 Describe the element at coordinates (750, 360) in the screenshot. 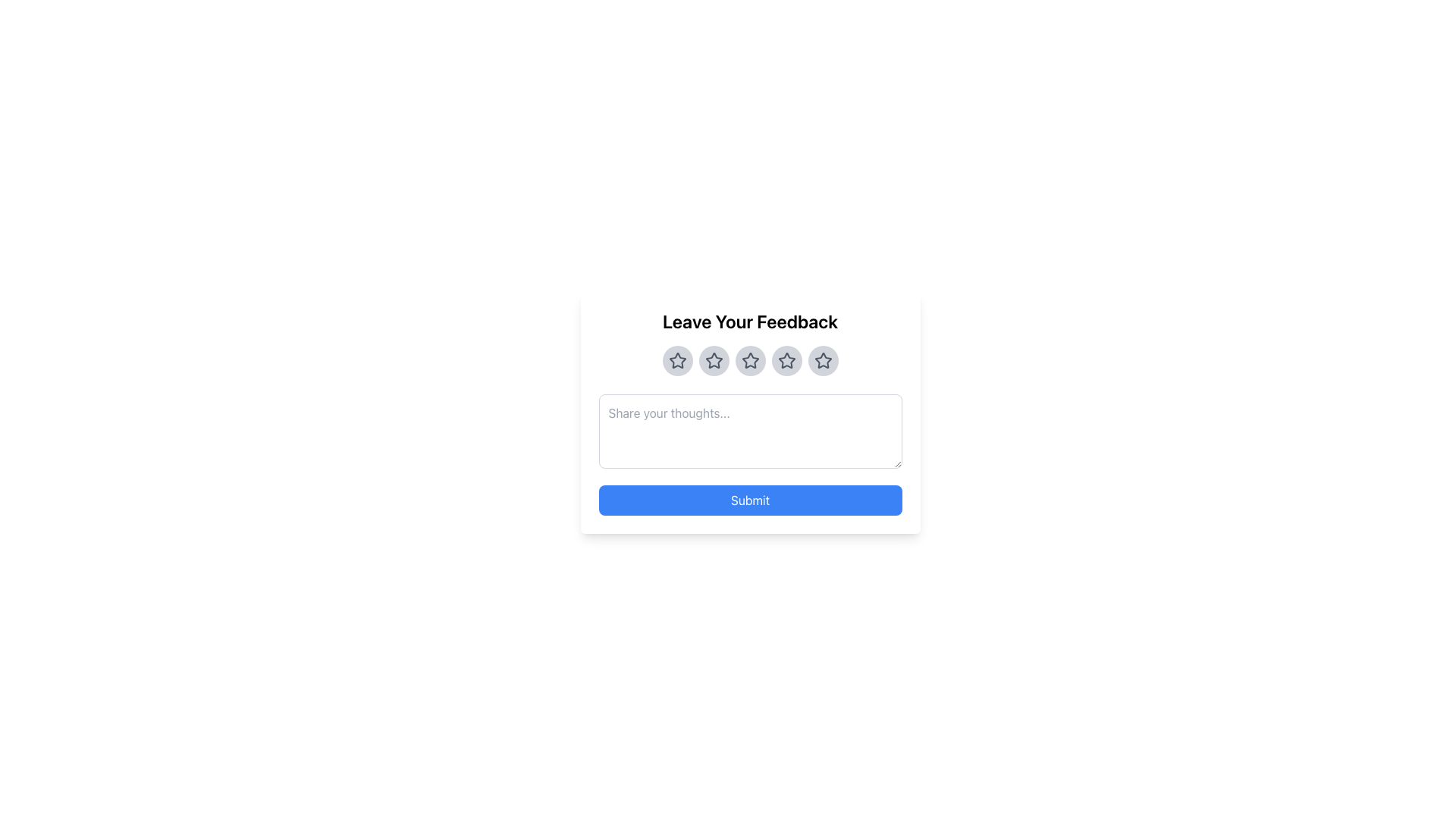

I see `the third star icon` at that location.